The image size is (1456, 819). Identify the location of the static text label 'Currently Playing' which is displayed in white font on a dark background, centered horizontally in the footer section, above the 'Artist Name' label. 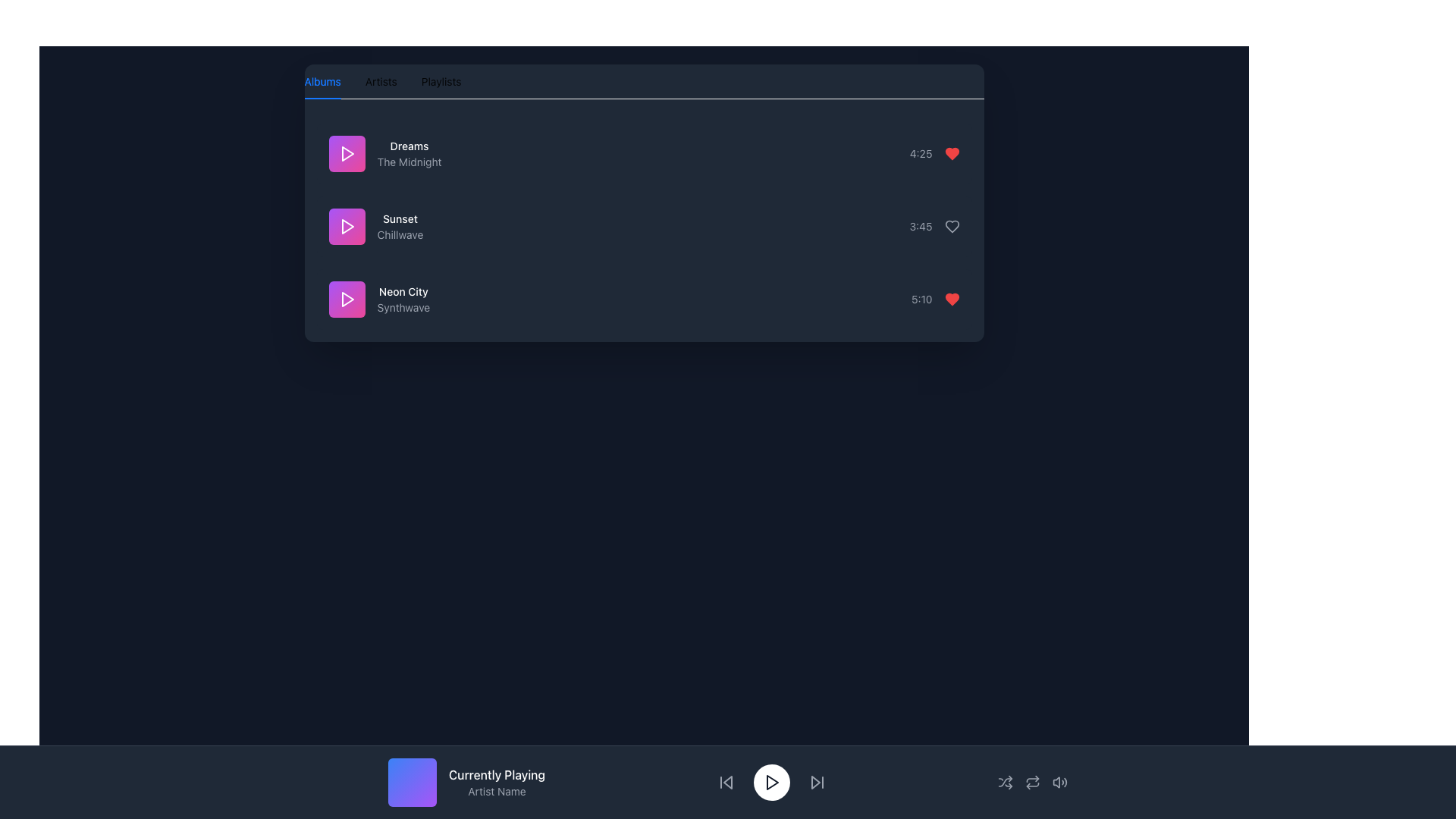
(497, 775).